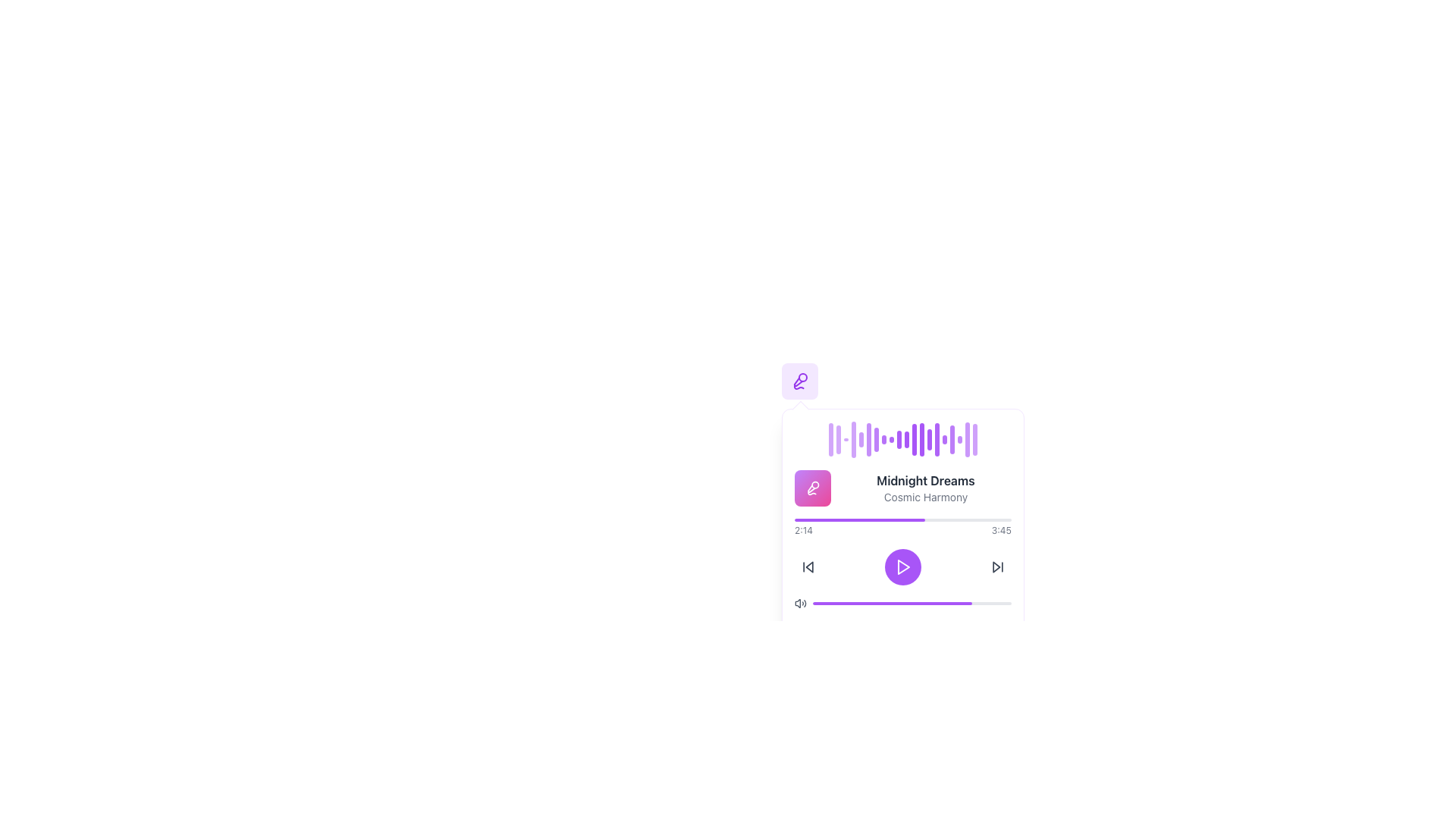 Image resolution: width=1456 pixels, height=819 pixels. Describe the element at coordinates (906, 439) in the screenshot. I see `the twelfth purple bar in the audio waveform sequence, which has rounded ends and is part of a wave-like pattern` at that location.